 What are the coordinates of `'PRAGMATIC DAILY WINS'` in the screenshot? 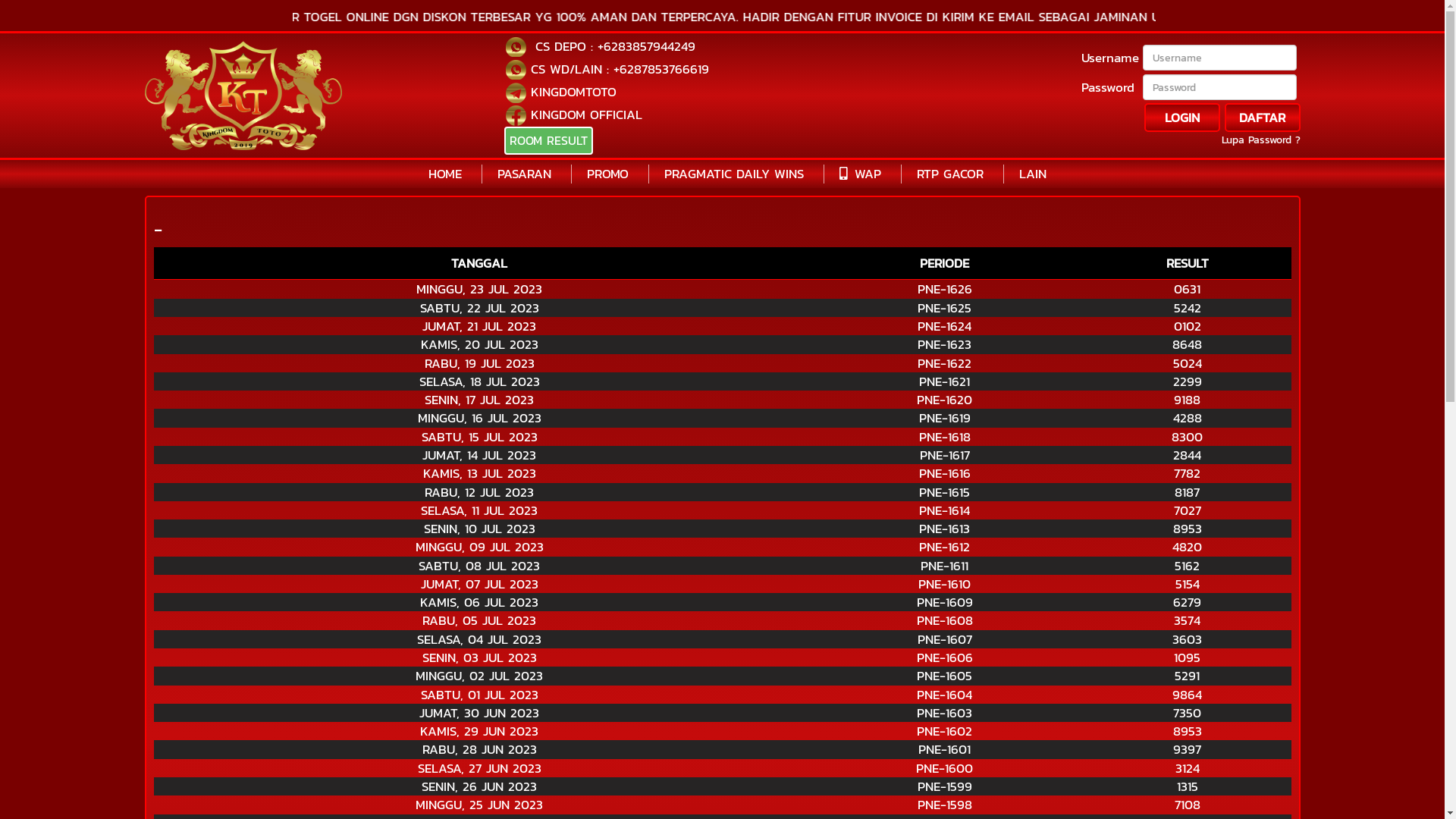 It's located at (734, 172).